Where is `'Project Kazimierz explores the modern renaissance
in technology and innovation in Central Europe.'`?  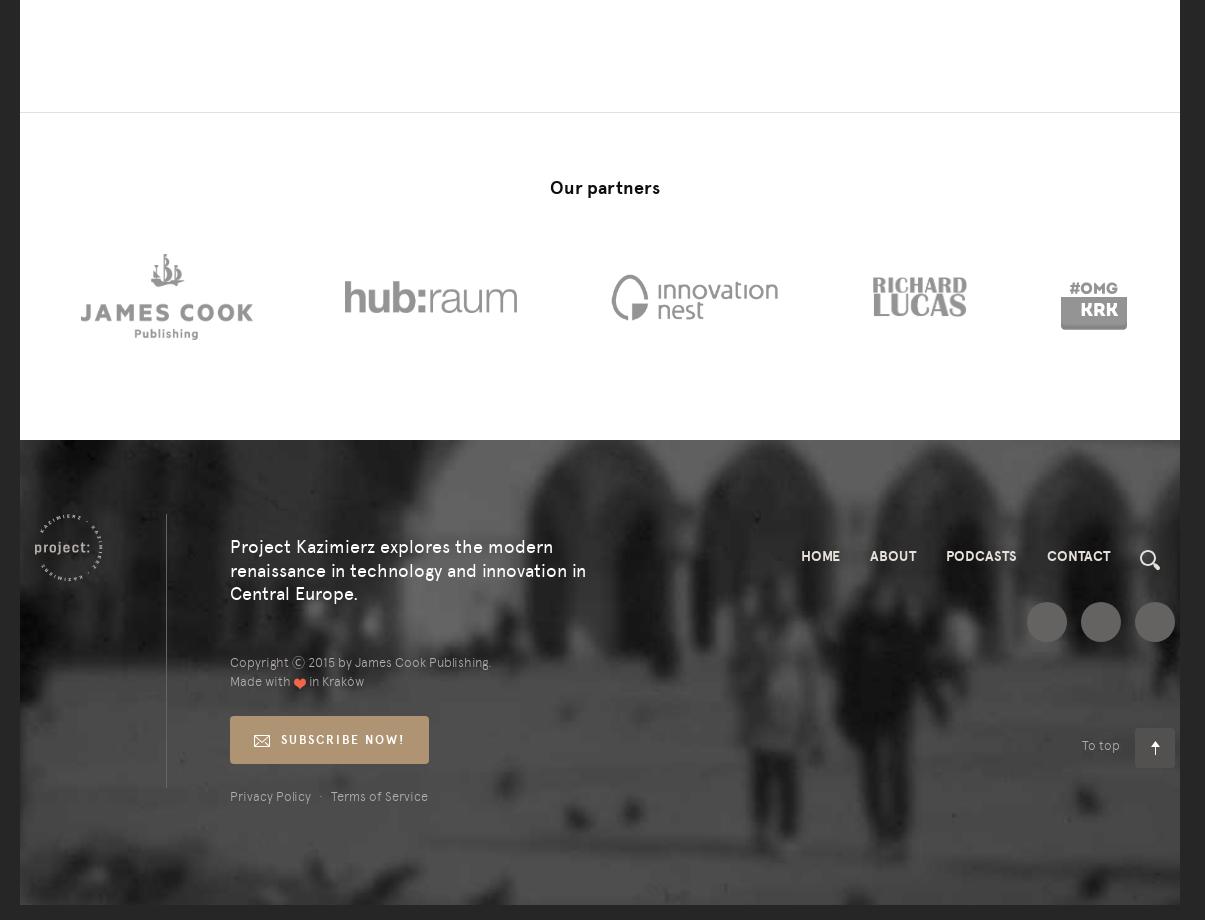 'Project Kazimierz explores the modern renaissance
in technology and innovation in Central Europe.' is located at coordinates (407, 570).